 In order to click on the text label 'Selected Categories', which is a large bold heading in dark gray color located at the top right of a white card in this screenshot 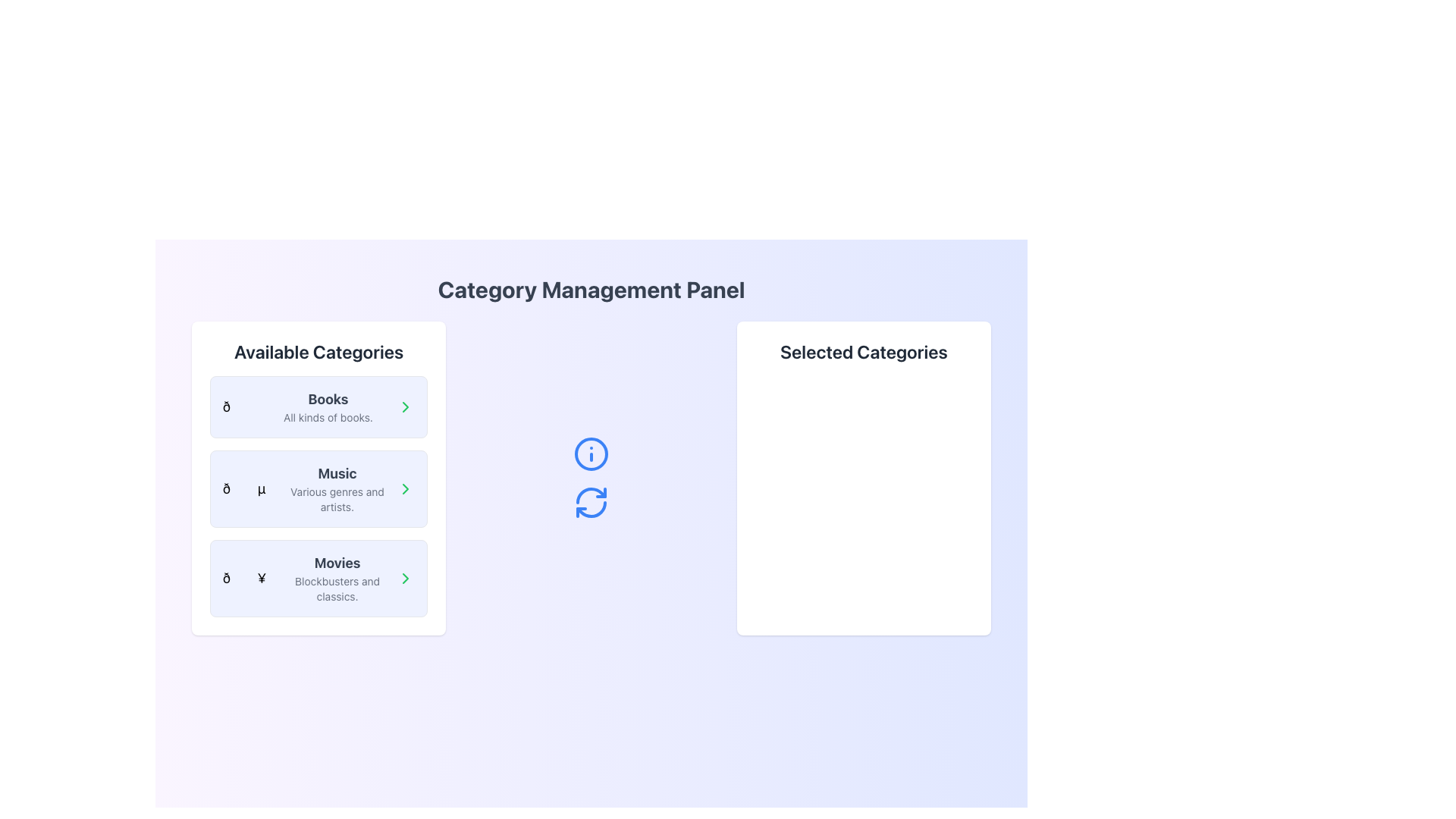, I will do `click(864, 351)`.